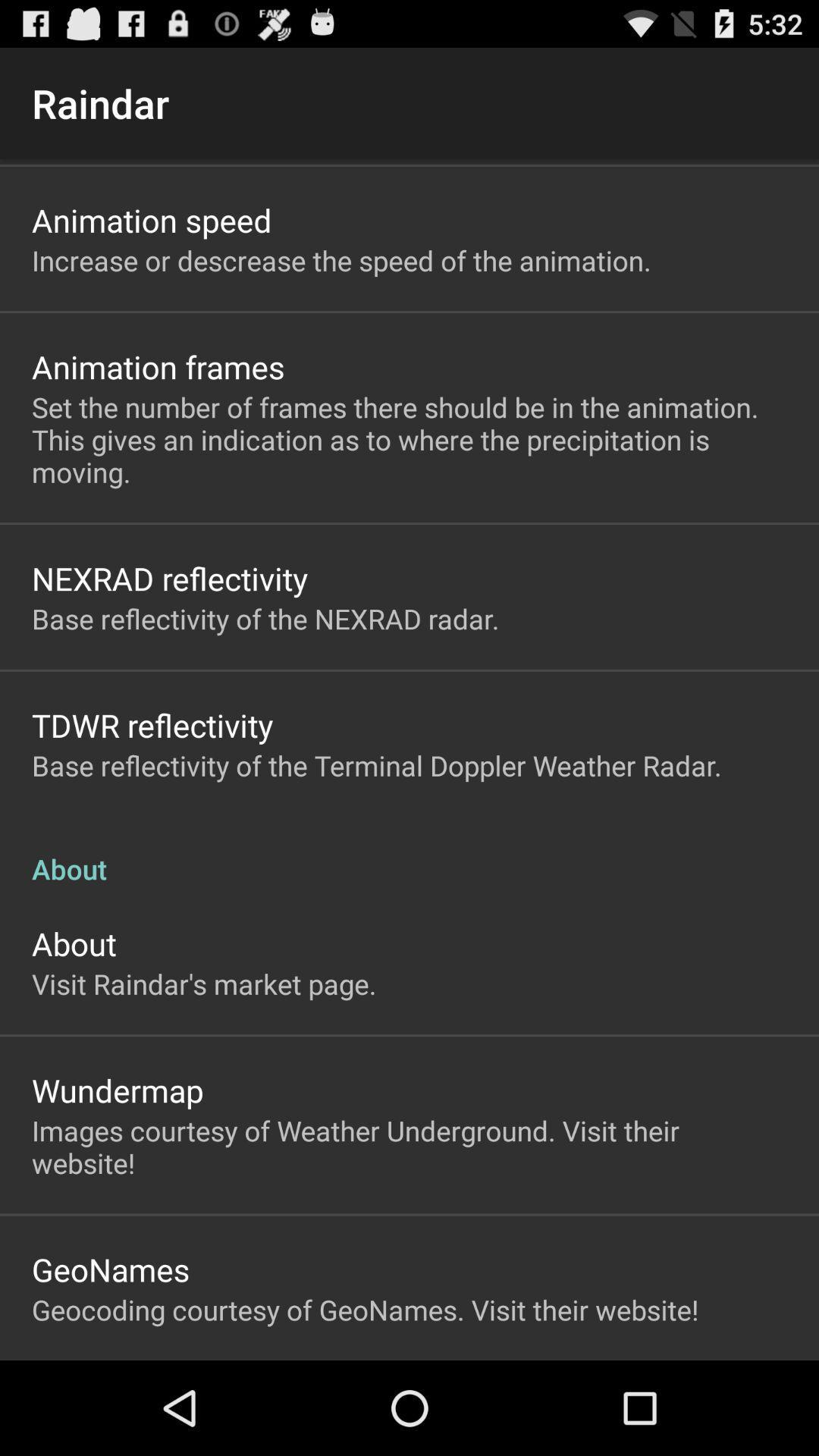 This screenshot has width=819, height=1456. I want to click on geocoding courtesy of icon, so click(365, 1309).